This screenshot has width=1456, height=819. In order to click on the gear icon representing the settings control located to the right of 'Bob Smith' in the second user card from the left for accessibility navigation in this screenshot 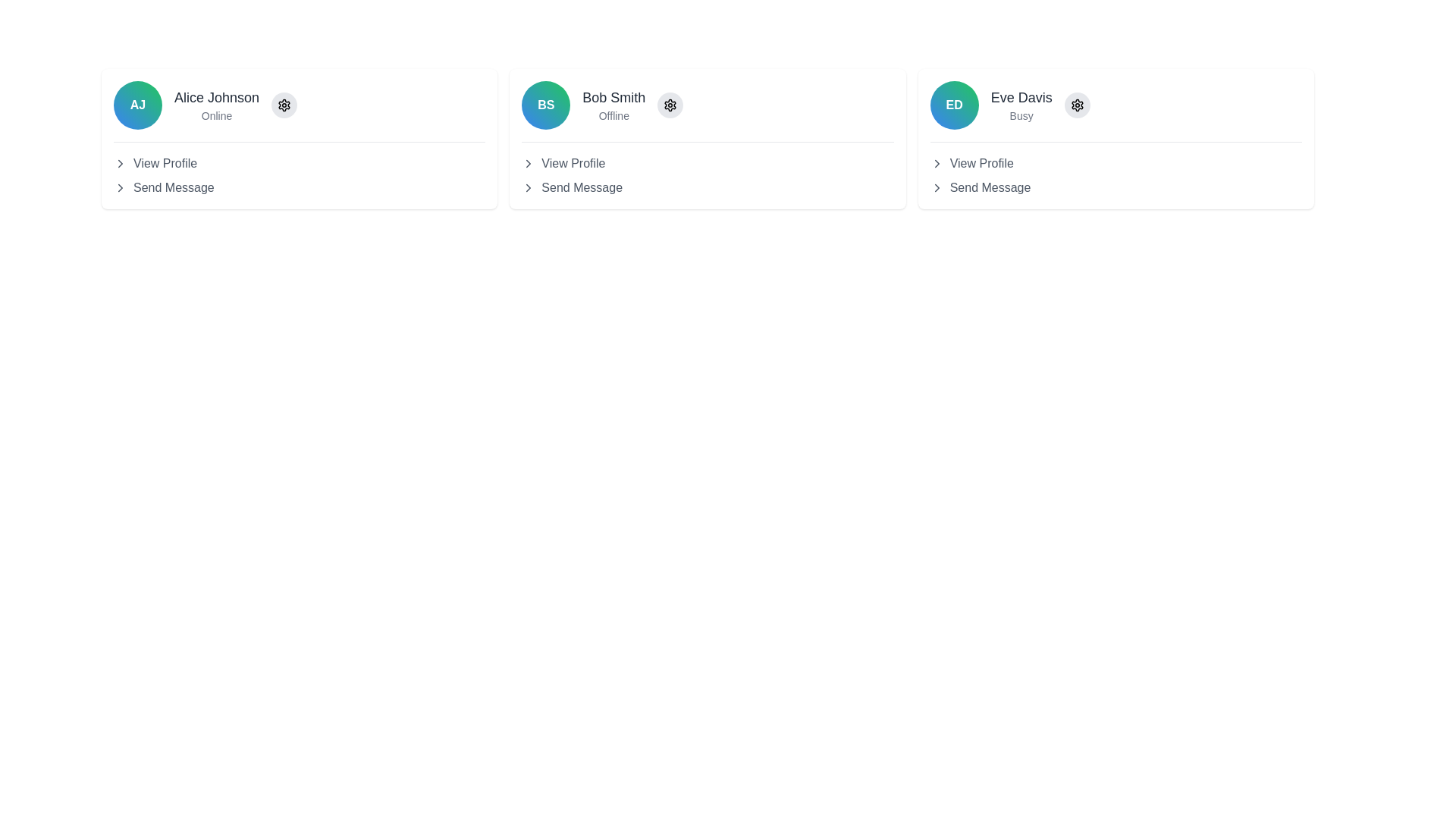, I will do `click(670, 104)`.